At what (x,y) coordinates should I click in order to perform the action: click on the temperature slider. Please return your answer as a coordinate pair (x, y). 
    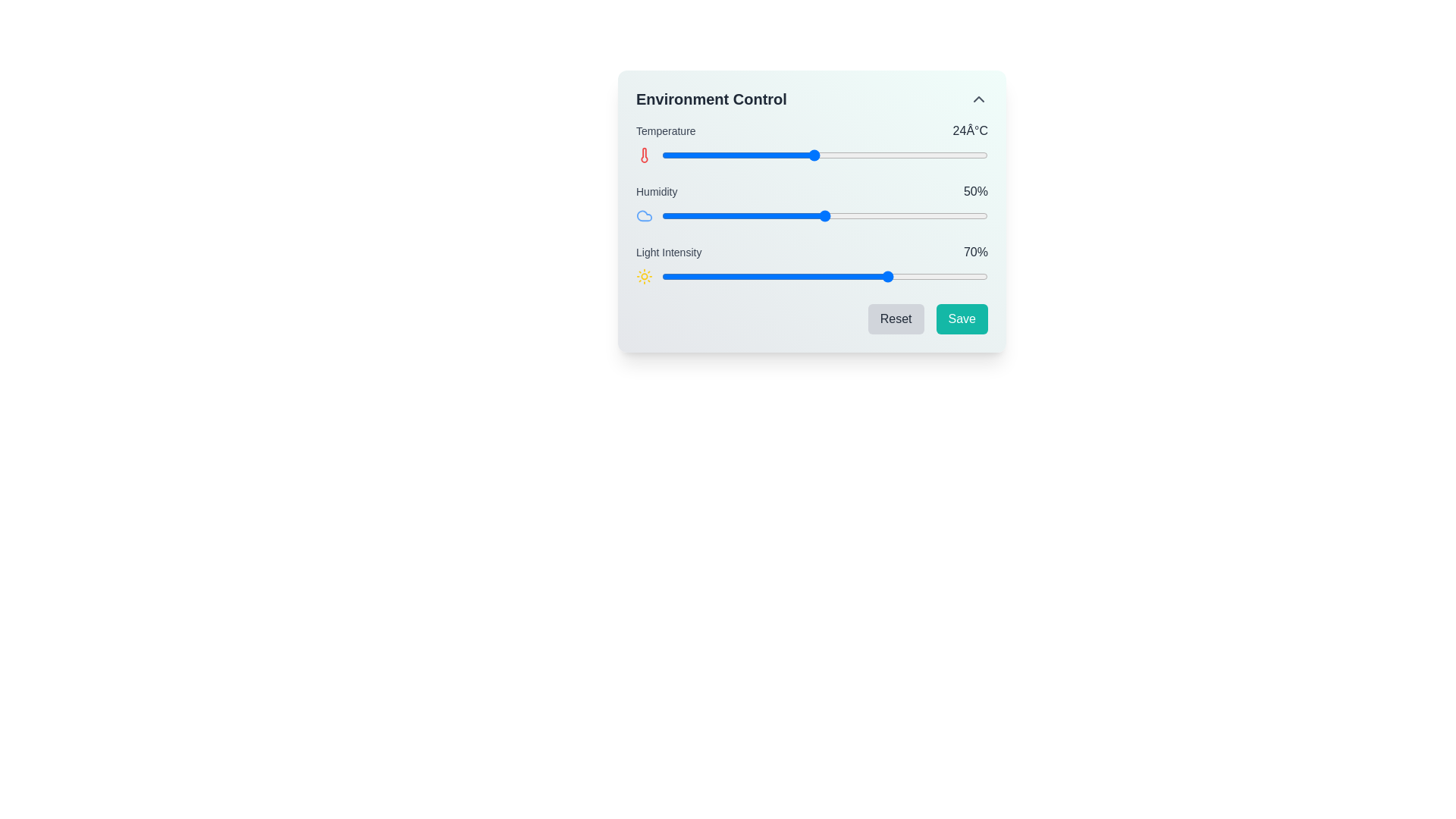
    Looking at the image, I should click on (933, 155).